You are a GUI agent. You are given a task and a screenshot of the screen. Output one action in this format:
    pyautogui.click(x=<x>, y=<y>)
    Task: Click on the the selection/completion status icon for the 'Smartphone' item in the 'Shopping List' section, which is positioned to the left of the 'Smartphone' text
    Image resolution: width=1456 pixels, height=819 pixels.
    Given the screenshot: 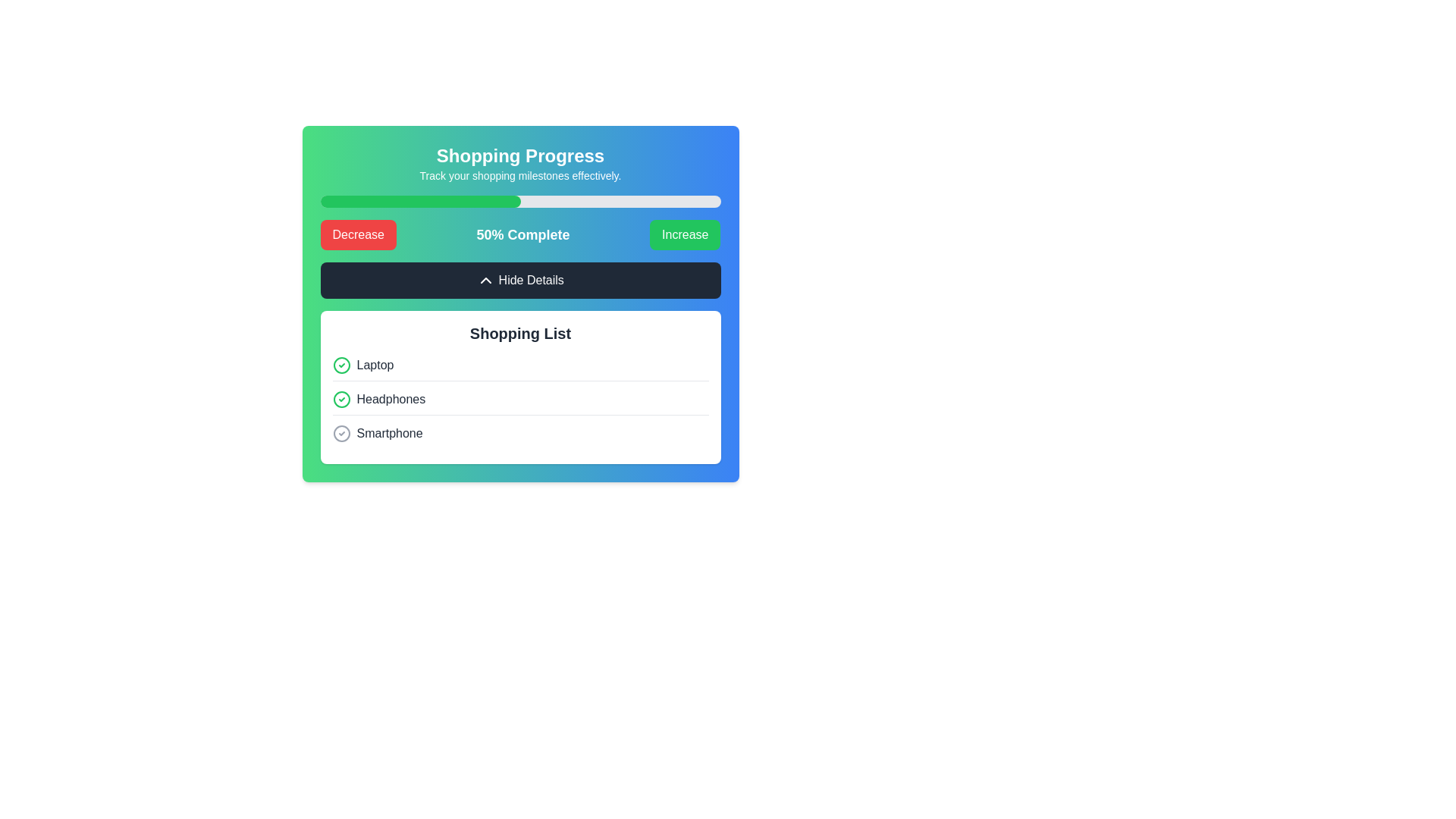 What is the action you would take?
    pyautogui.click(x=340, y=433)
    